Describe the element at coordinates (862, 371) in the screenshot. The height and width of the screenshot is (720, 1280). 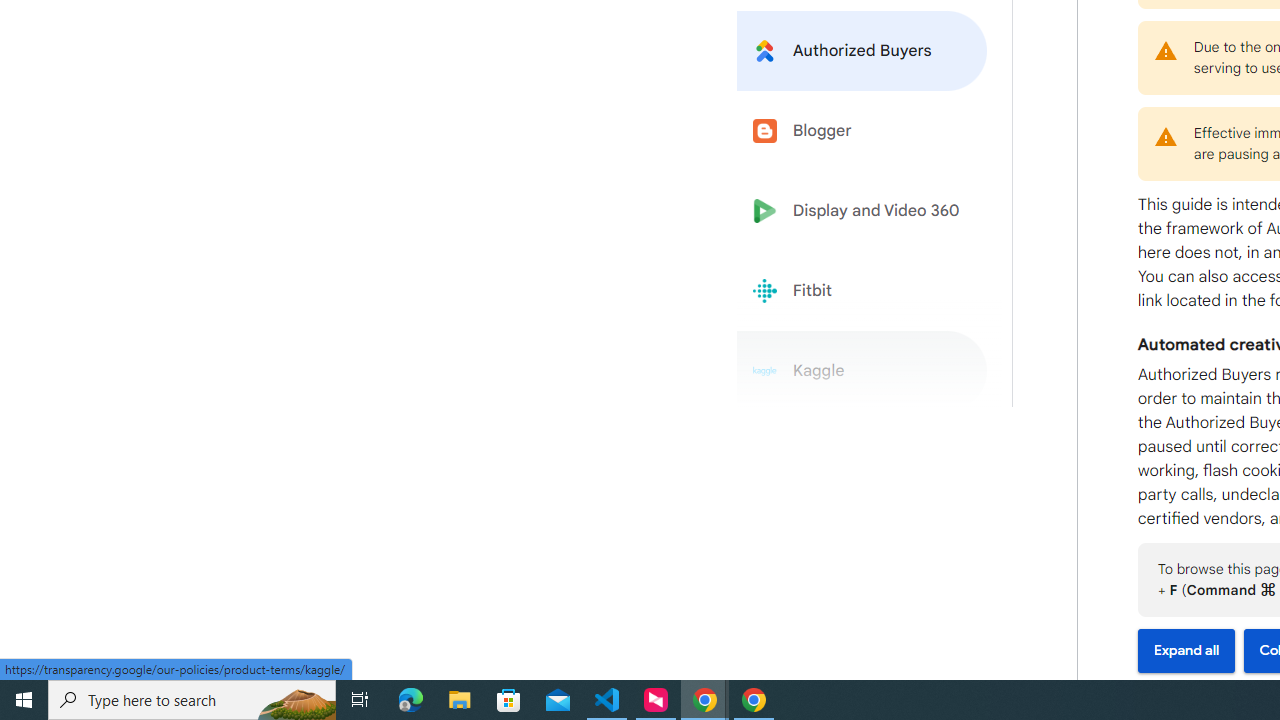
I see `'Kaggle'` at that location.